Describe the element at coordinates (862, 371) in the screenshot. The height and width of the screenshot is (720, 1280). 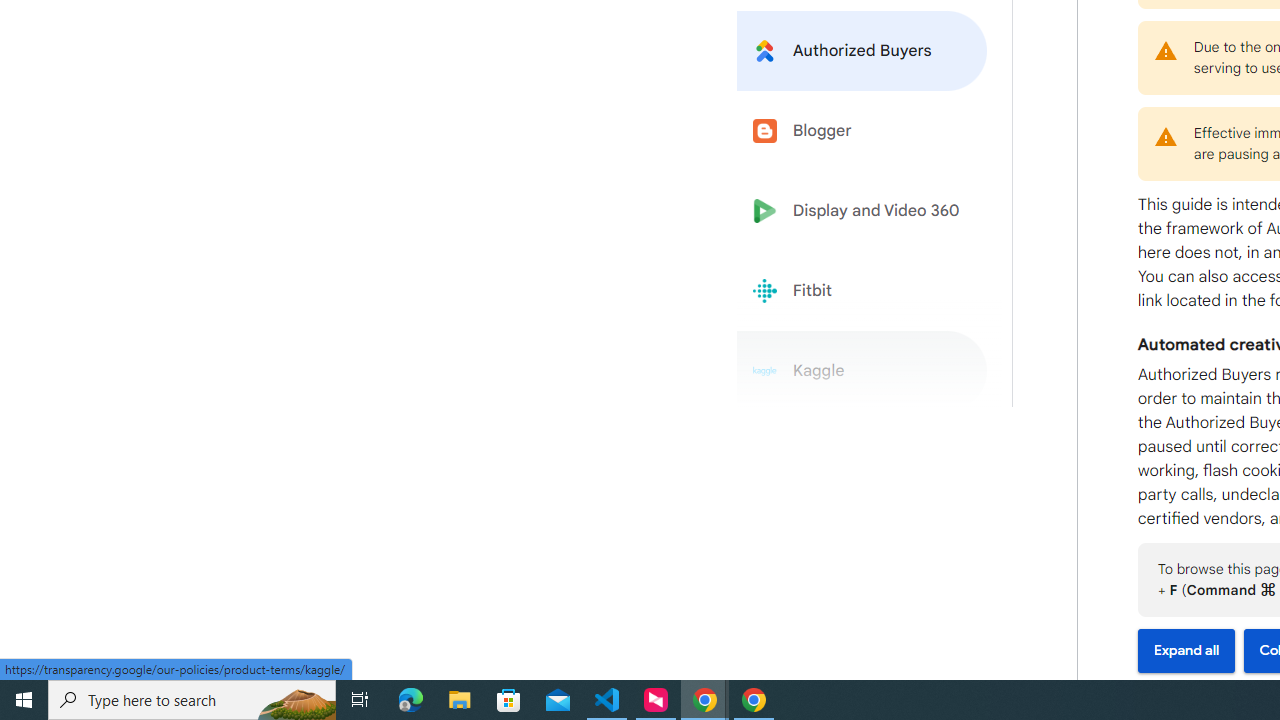
I see `'Kaggle'` at that location.